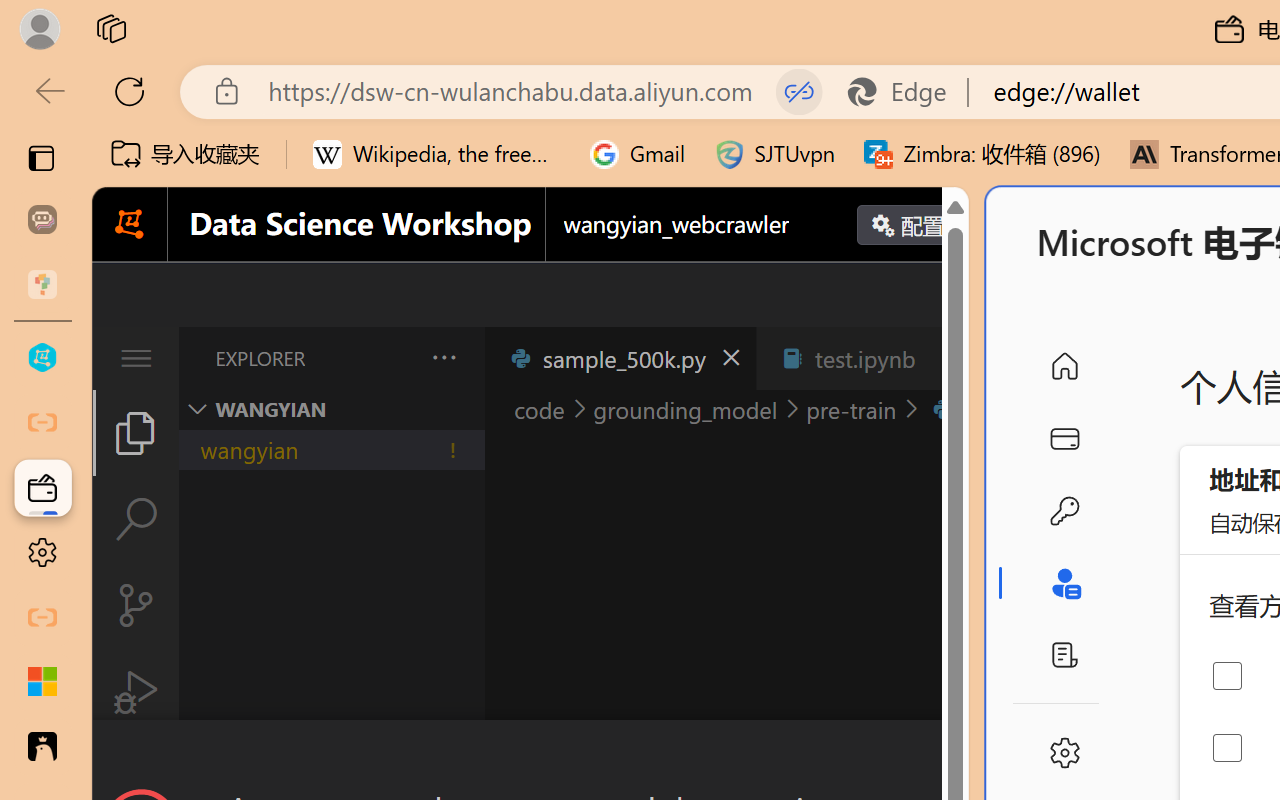 The image size is (1280, 800). What do you see at coordinates (134, 518) in the screenshot?
I see `'Search (Ctrl+Shift+F)'` at bounding box center [134, 518].